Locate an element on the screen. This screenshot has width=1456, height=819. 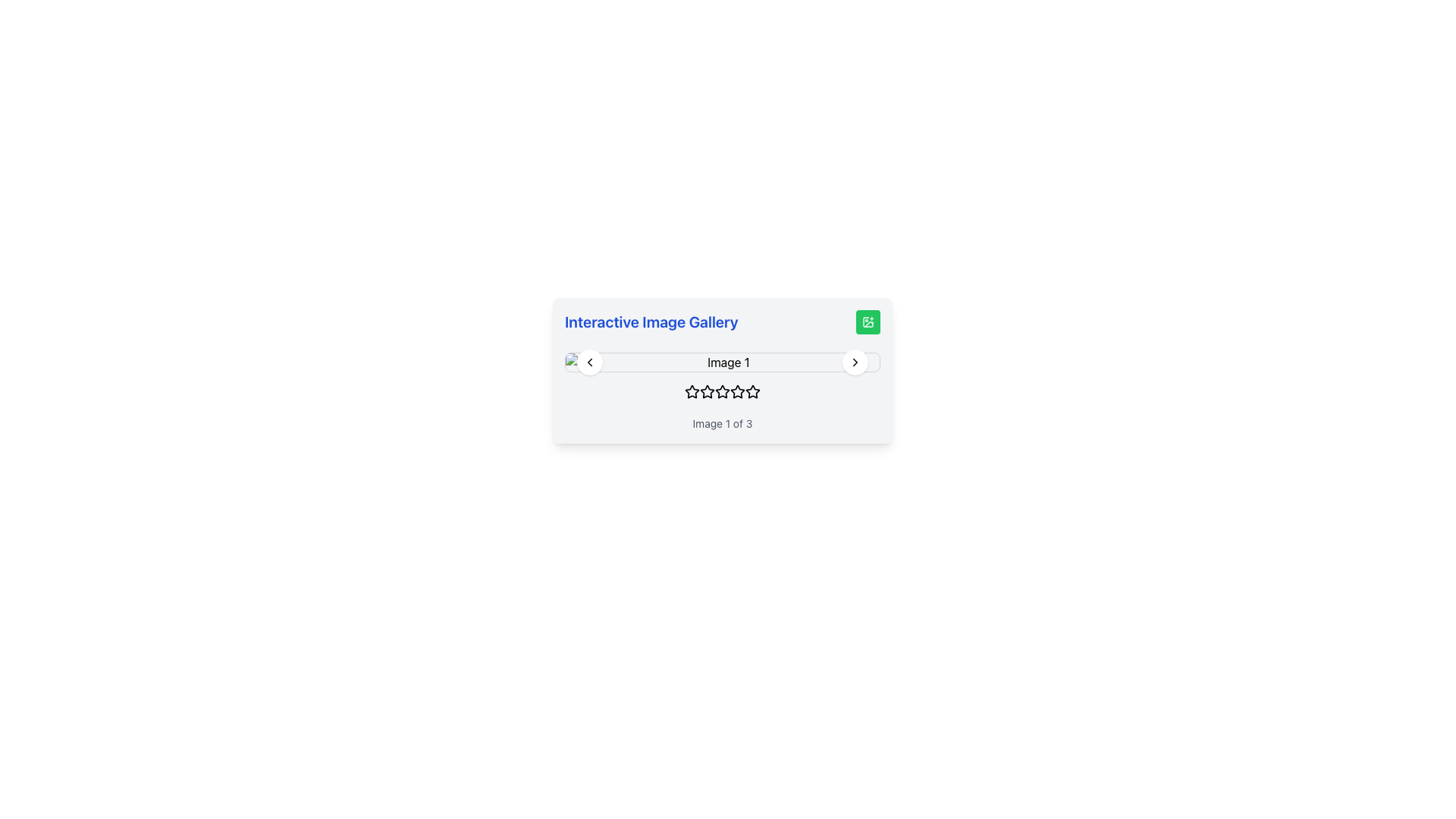
the second star icon in the star-based rating system is located at coordinates (706, 391).